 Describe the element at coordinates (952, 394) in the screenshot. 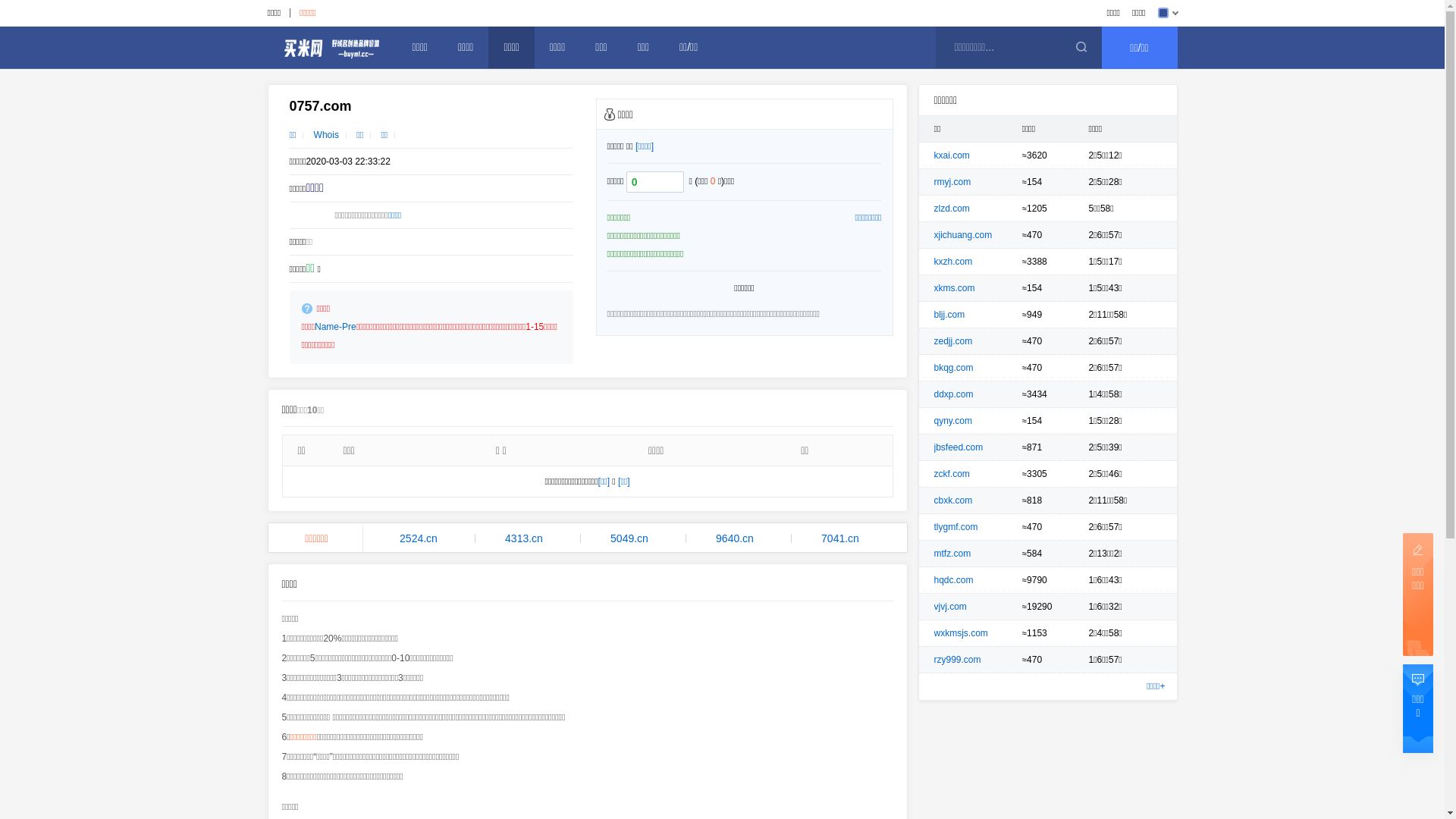

I see `'ddxp.com'` at that location.